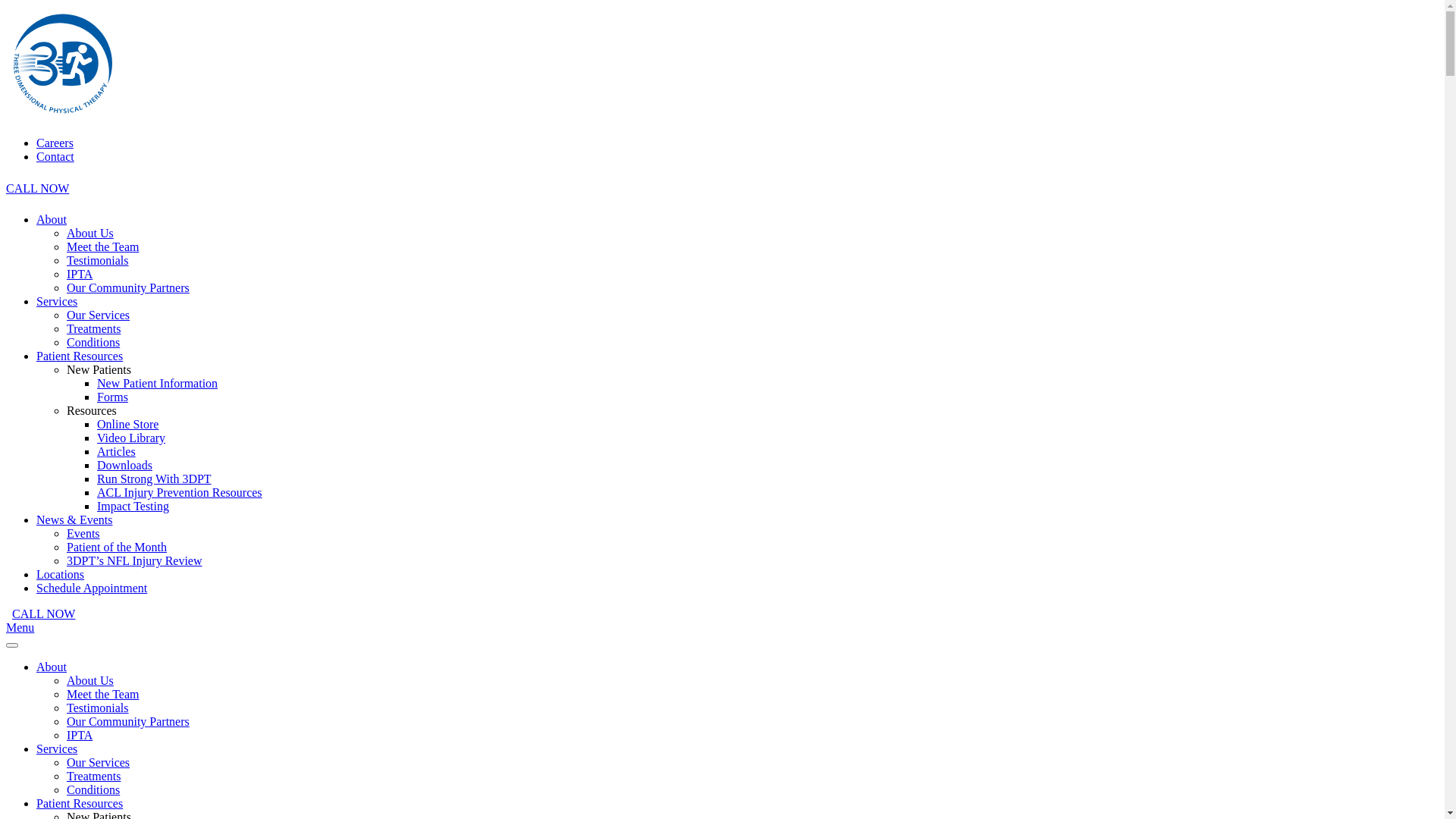  Describe the element at coordinates (36, 802) in the screenshot. I see `'Patient Resources'` at that location.